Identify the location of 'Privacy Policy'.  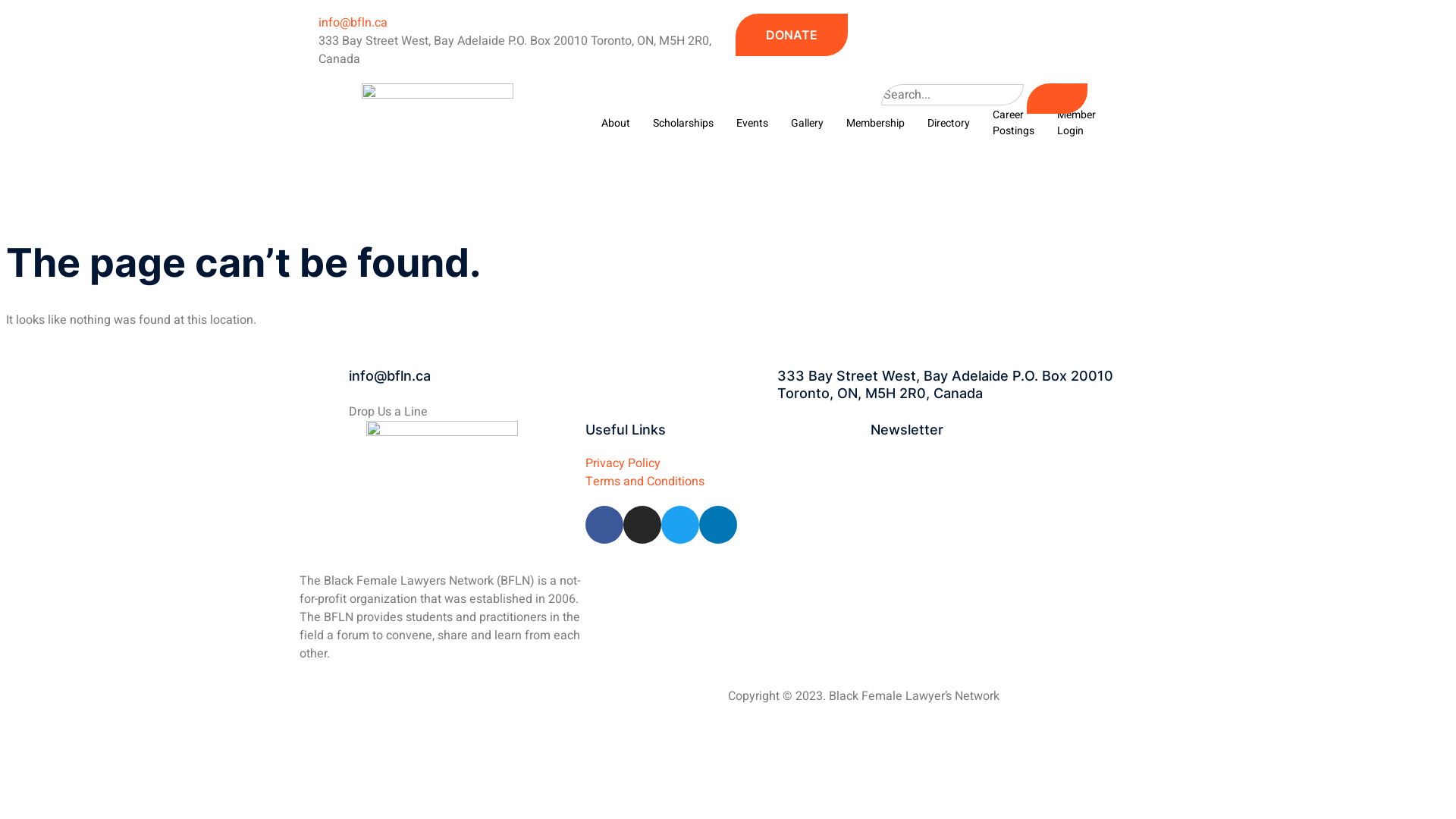
(585, 461).